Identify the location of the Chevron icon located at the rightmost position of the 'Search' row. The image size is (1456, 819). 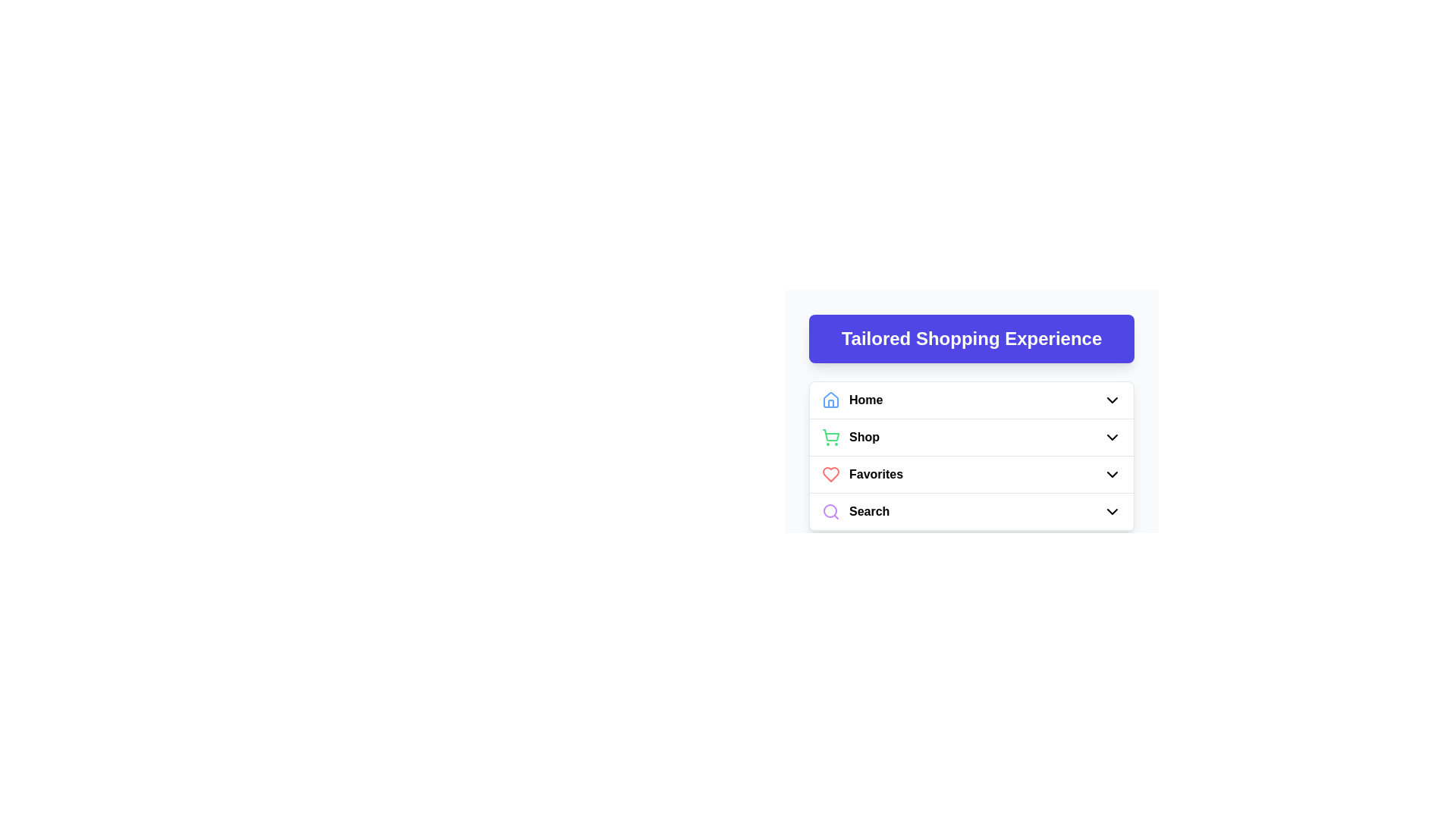
(1112, 512).